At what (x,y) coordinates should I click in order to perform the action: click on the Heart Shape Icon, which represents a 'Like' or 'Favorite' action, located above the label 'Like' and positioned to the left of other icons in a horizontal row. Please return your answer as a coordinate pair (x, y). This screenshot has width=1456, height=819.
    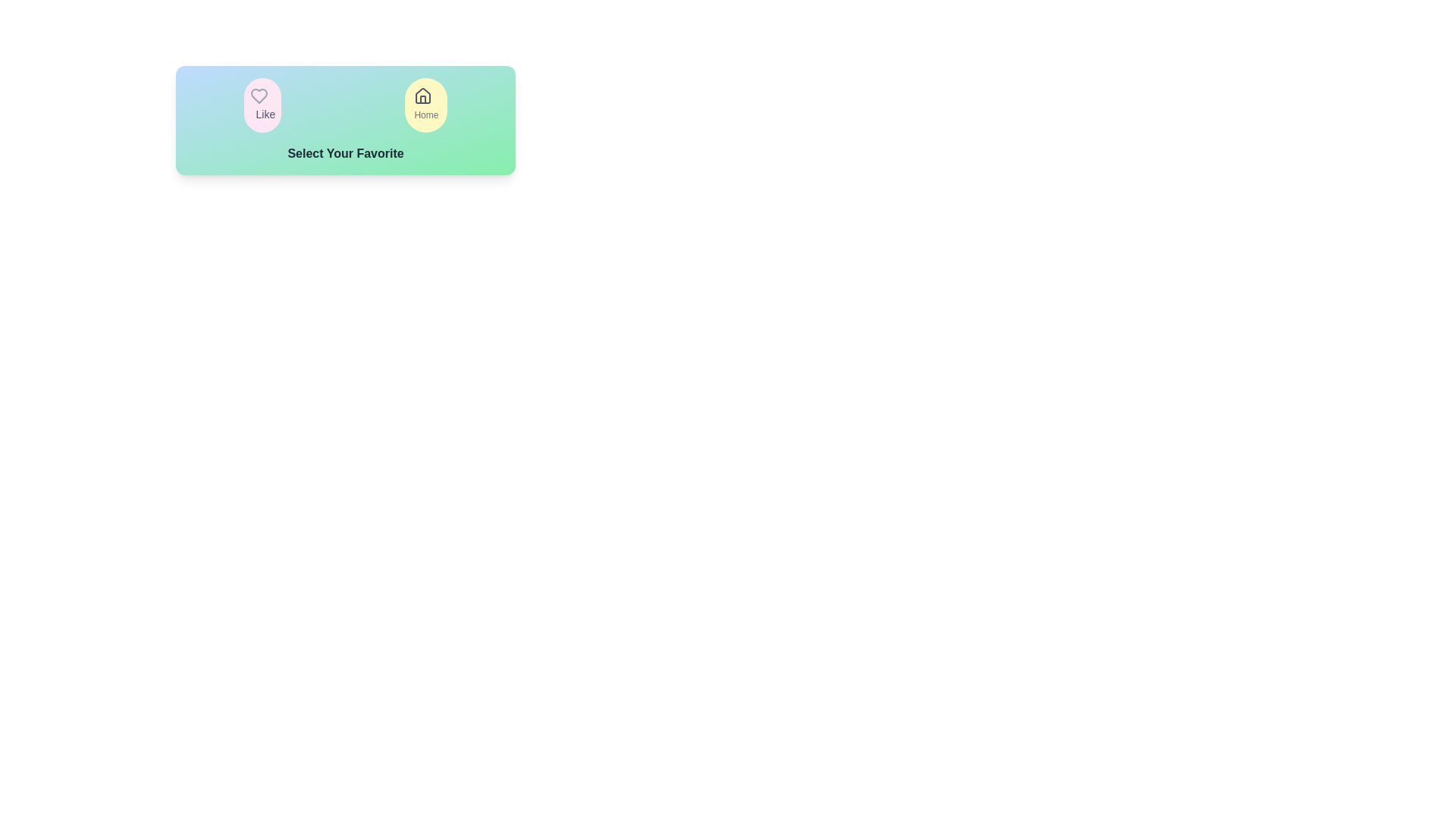
    Looking at the image, I should click on (259, 96).